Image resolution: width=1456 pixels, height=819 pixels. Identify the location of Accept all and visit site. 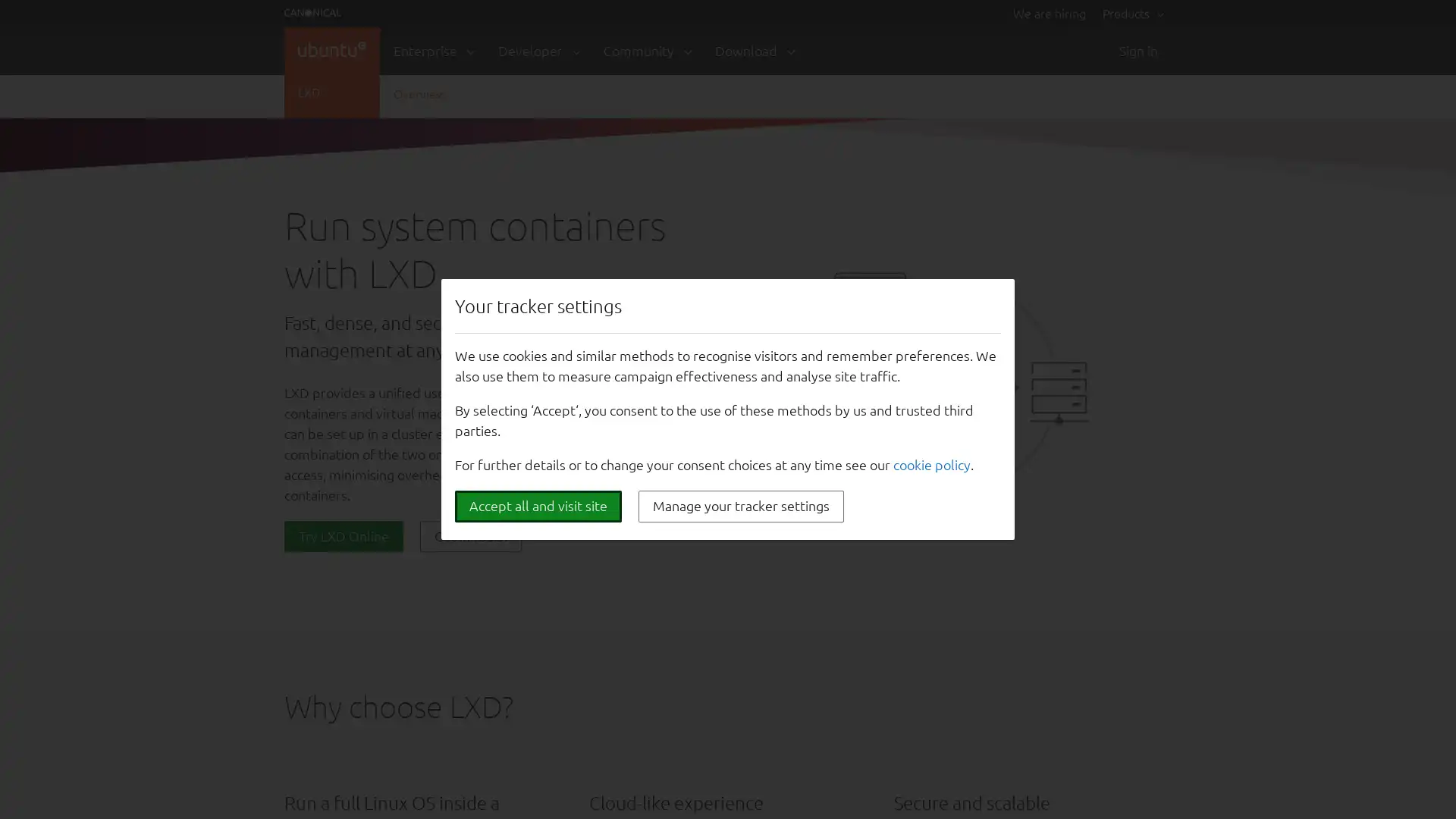
(538, 506).